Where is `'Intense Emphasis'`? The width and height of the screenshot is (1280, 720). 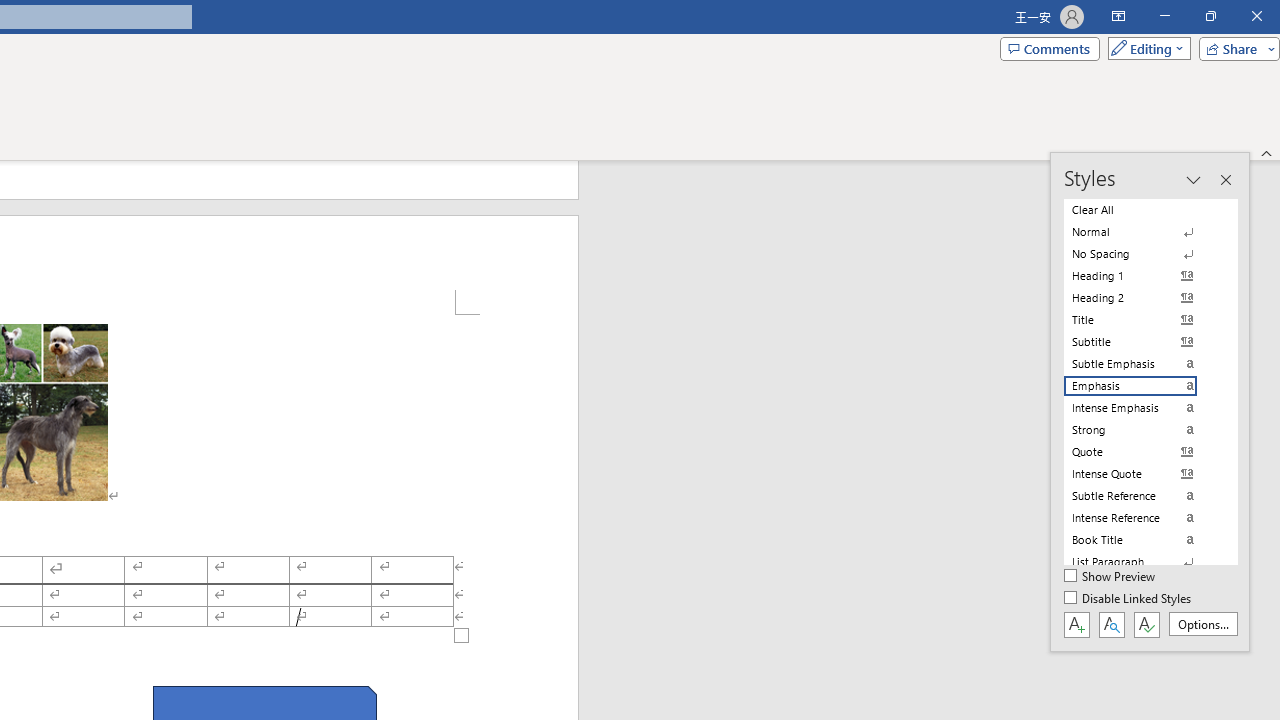 'Intense Emphasis' is located at coordinates (1142, 406).